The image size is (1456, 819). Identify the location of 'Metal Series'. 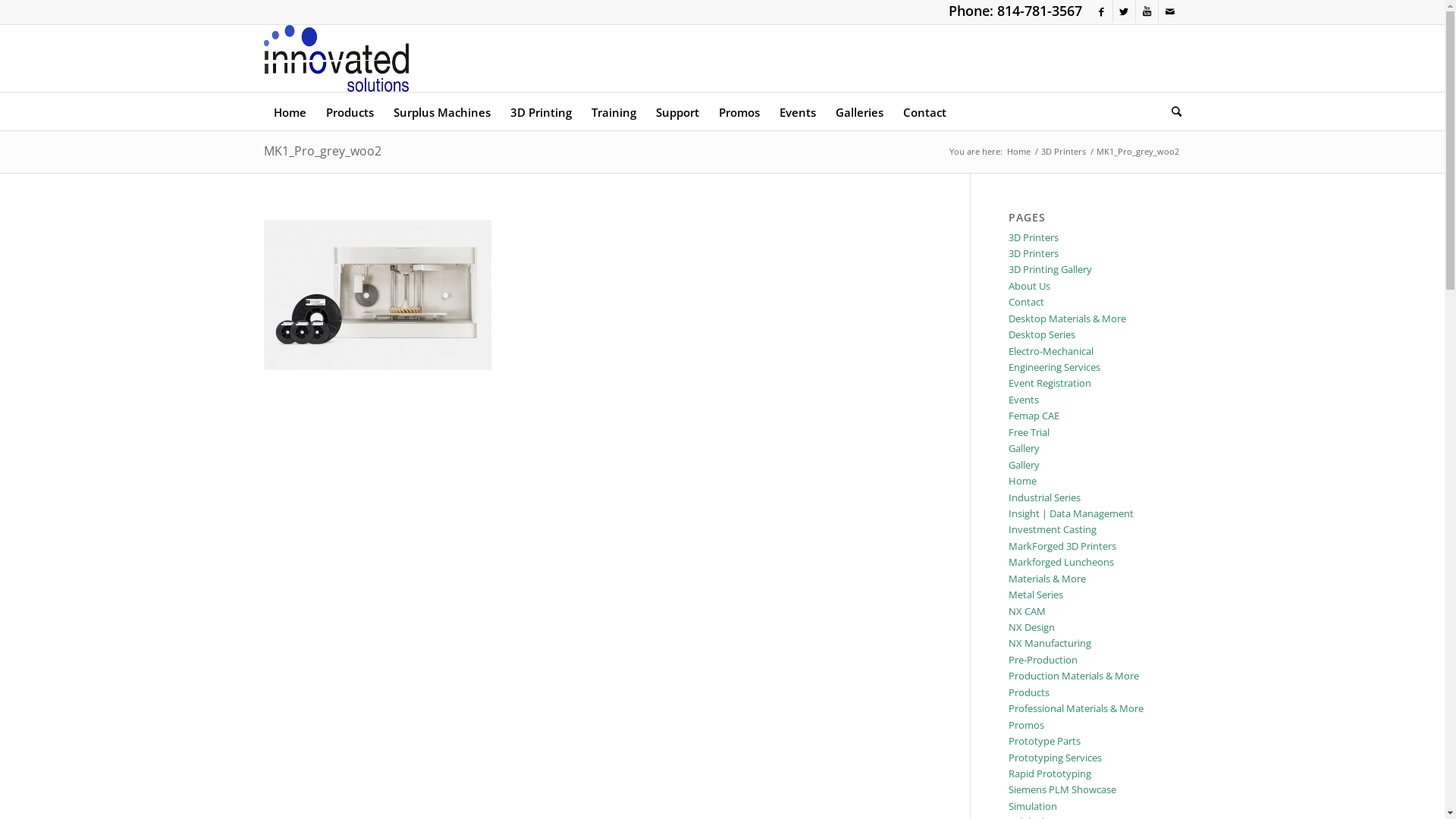
(1008, 593).